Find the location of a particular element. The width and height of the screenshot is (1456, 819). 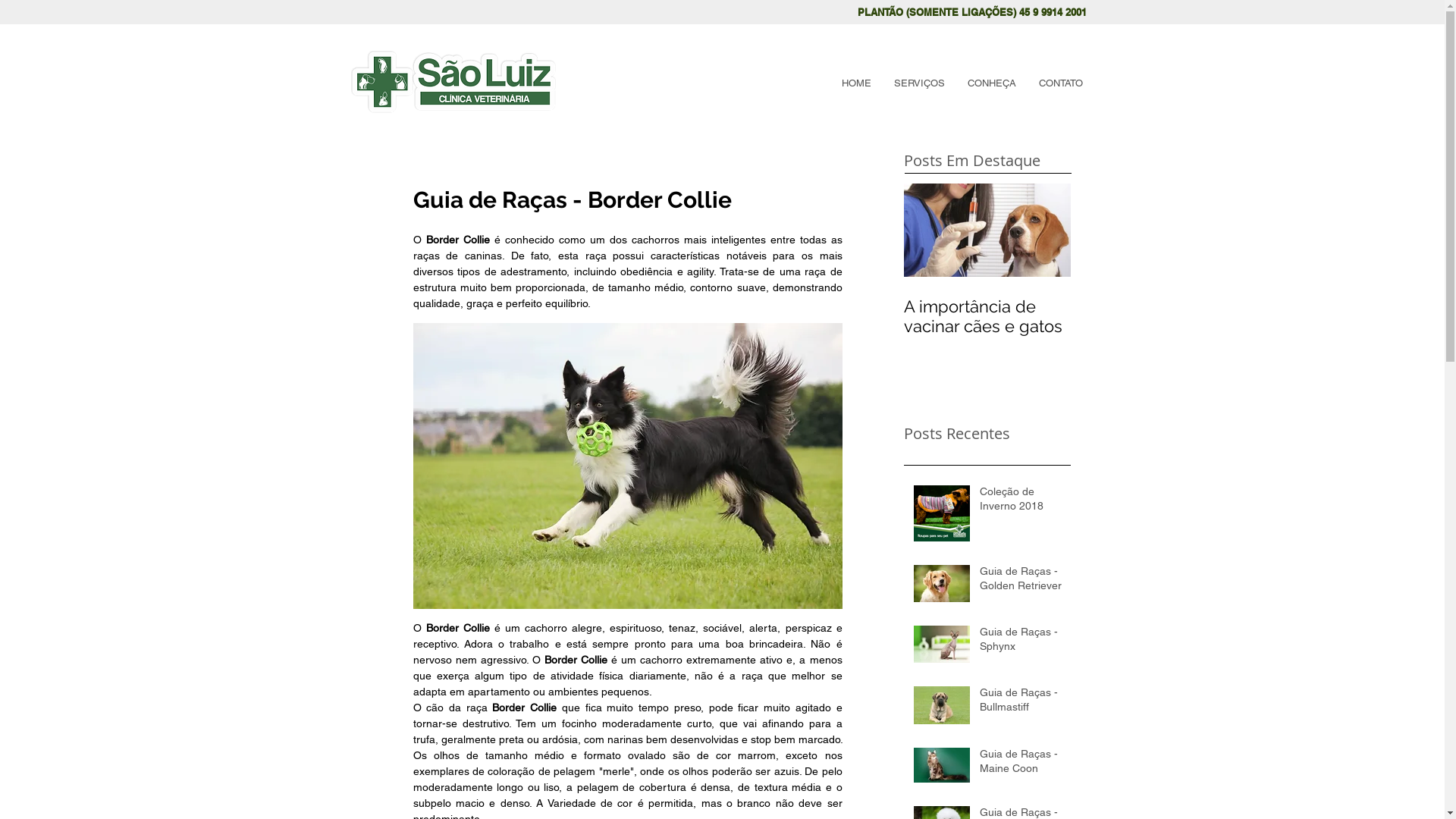

'HOME' is located at coordinates (855, 83).